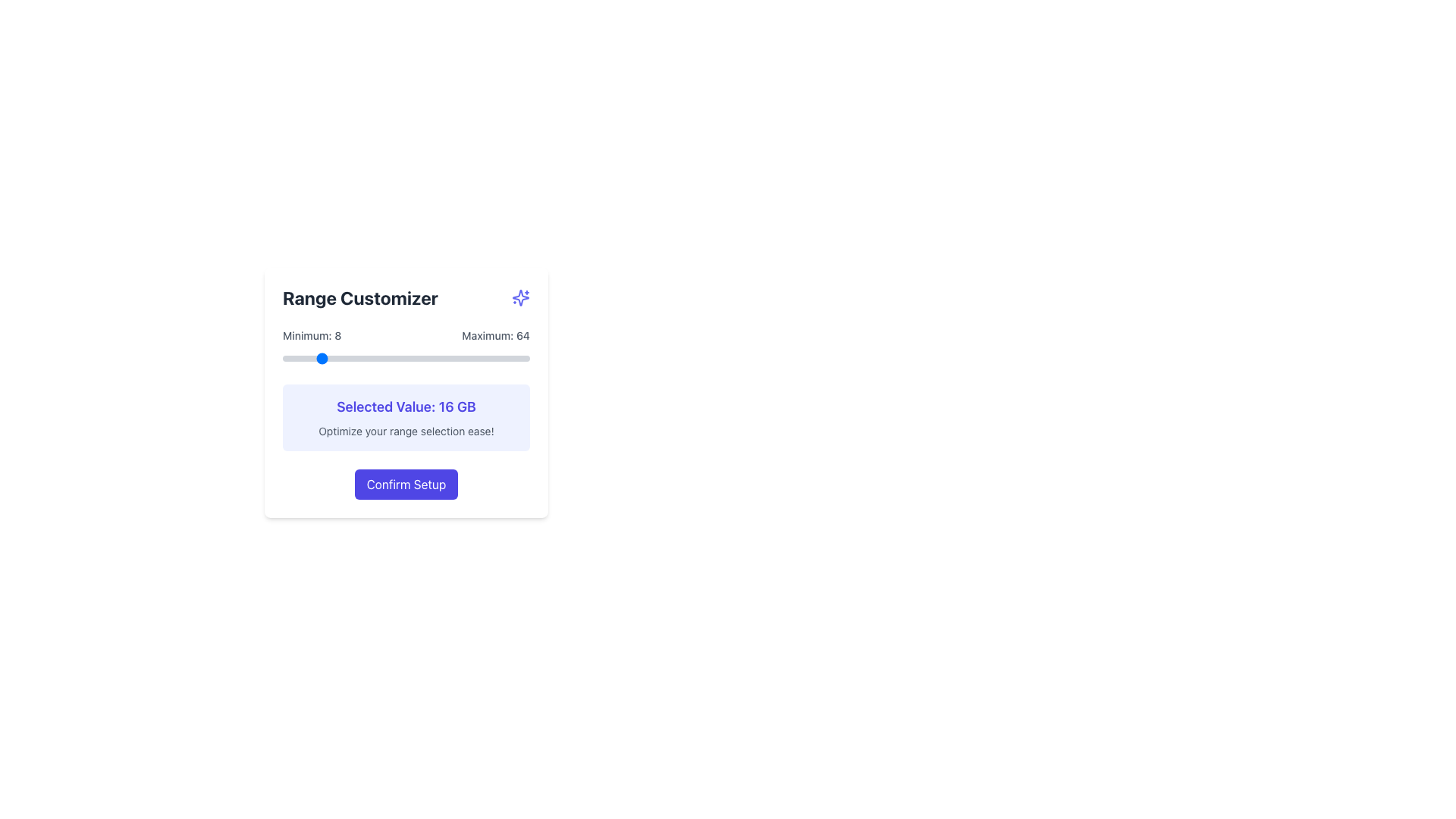  Describe the element at coordinates (406, 359) in the screenshot. I see `the range slider element that allows users to select a numeric value between 8 and 64 for potential visual feedback` at that location.